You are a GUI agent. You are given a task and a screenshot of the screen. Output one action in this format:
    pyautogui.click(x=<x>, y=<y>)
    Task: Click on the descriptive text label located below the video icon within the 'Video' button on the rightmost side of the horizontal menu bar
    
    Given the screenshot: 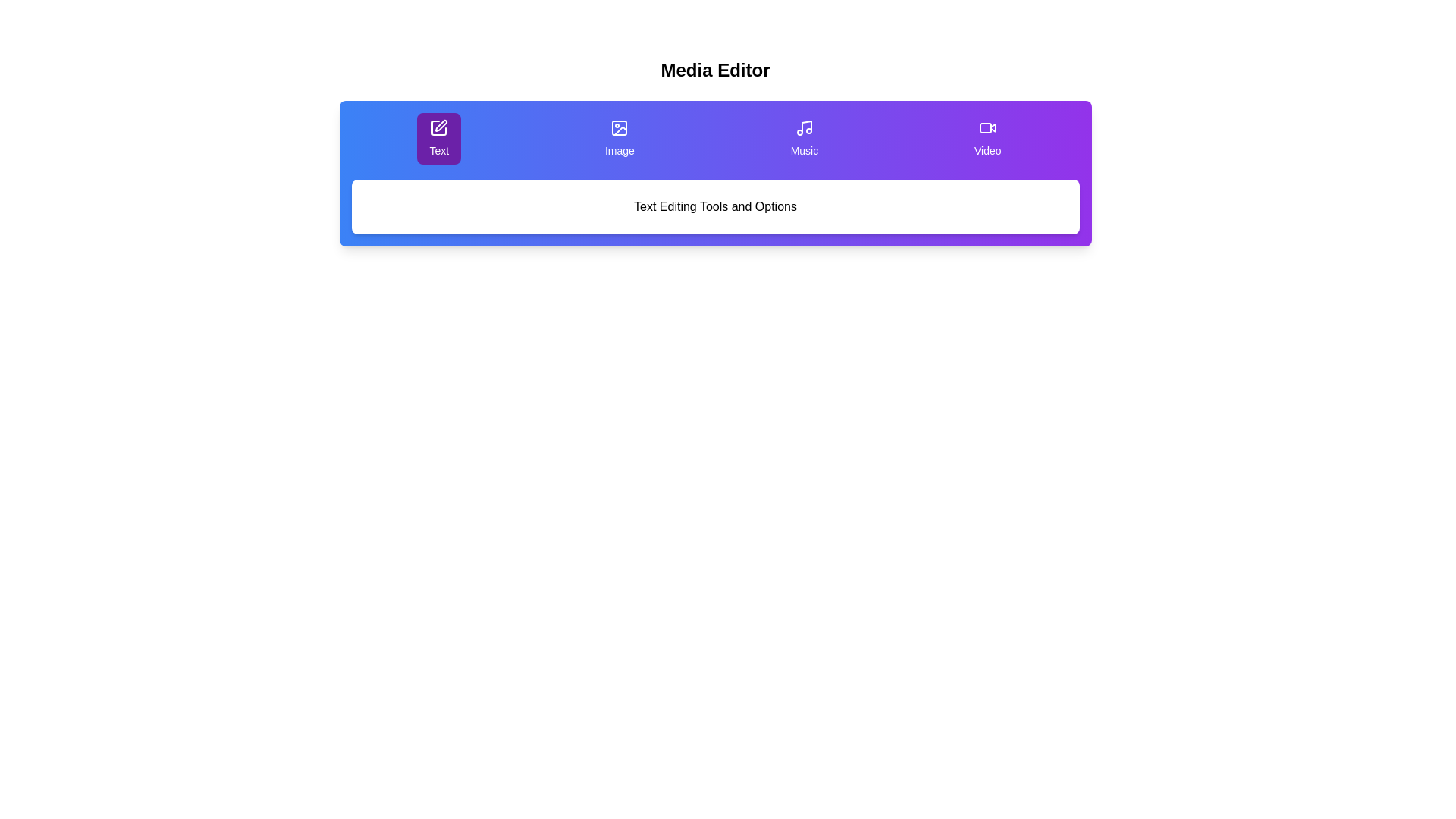 What is the action you would take?
    pyautogui.click(x=987, y=151)
    